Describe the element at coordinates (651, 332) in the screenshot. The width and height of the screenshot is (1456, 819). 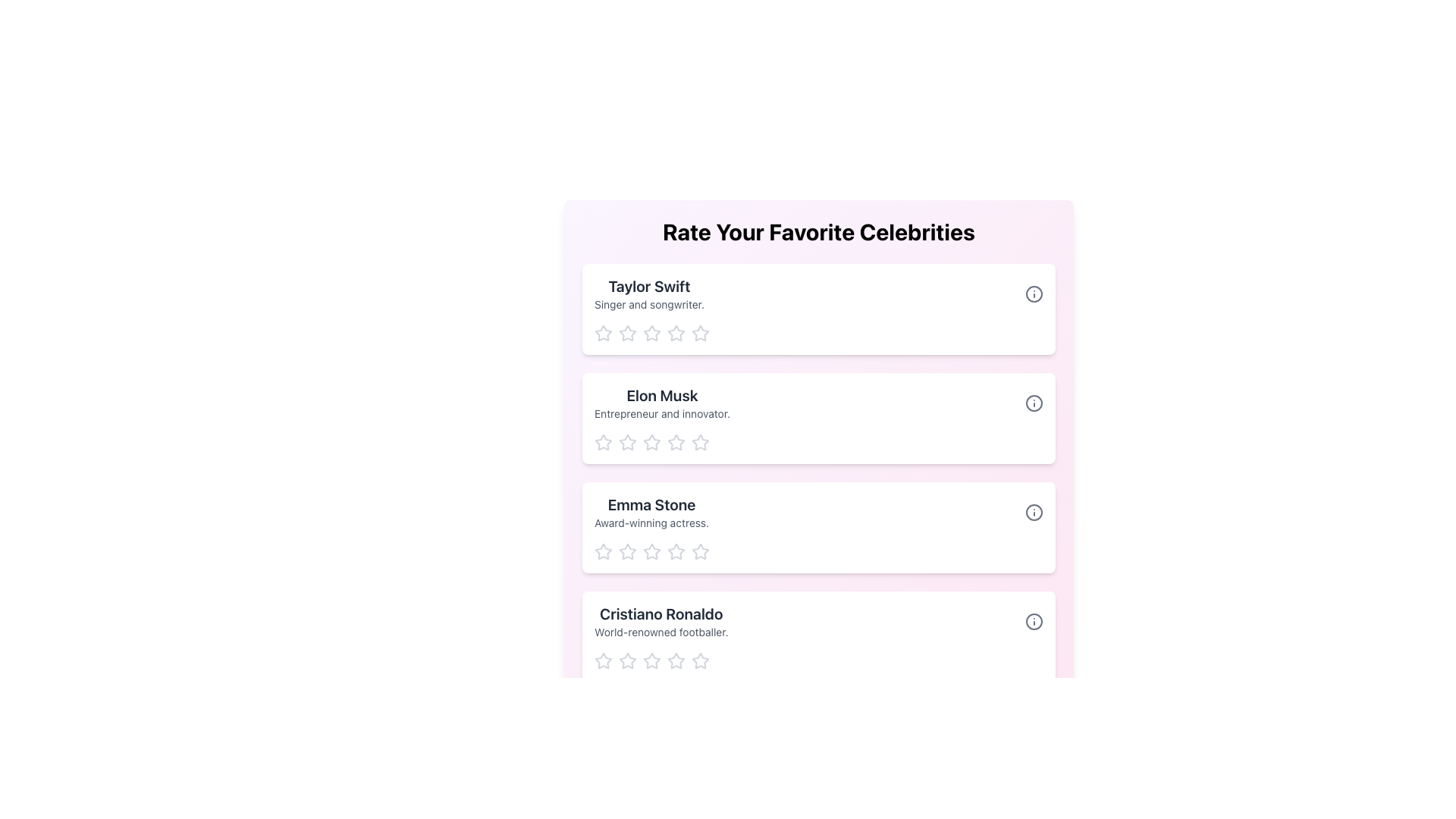
I see `the third Rating Star Icon for the entry labeled 'Taylor Swift'` at that location.